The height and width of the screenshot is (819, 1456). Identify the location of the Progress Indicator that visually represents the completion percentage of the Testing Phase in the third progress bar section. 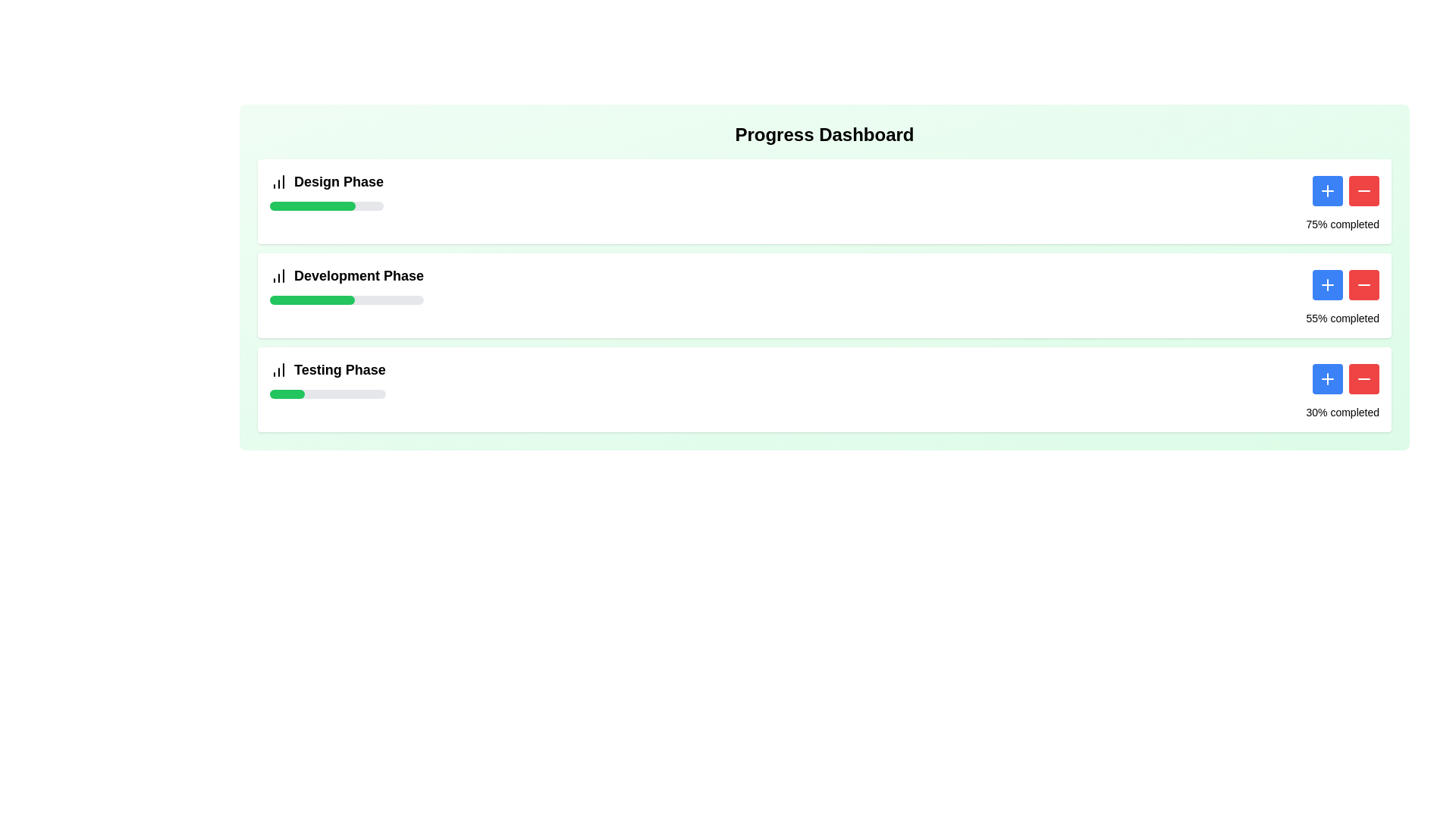
(287, 394).